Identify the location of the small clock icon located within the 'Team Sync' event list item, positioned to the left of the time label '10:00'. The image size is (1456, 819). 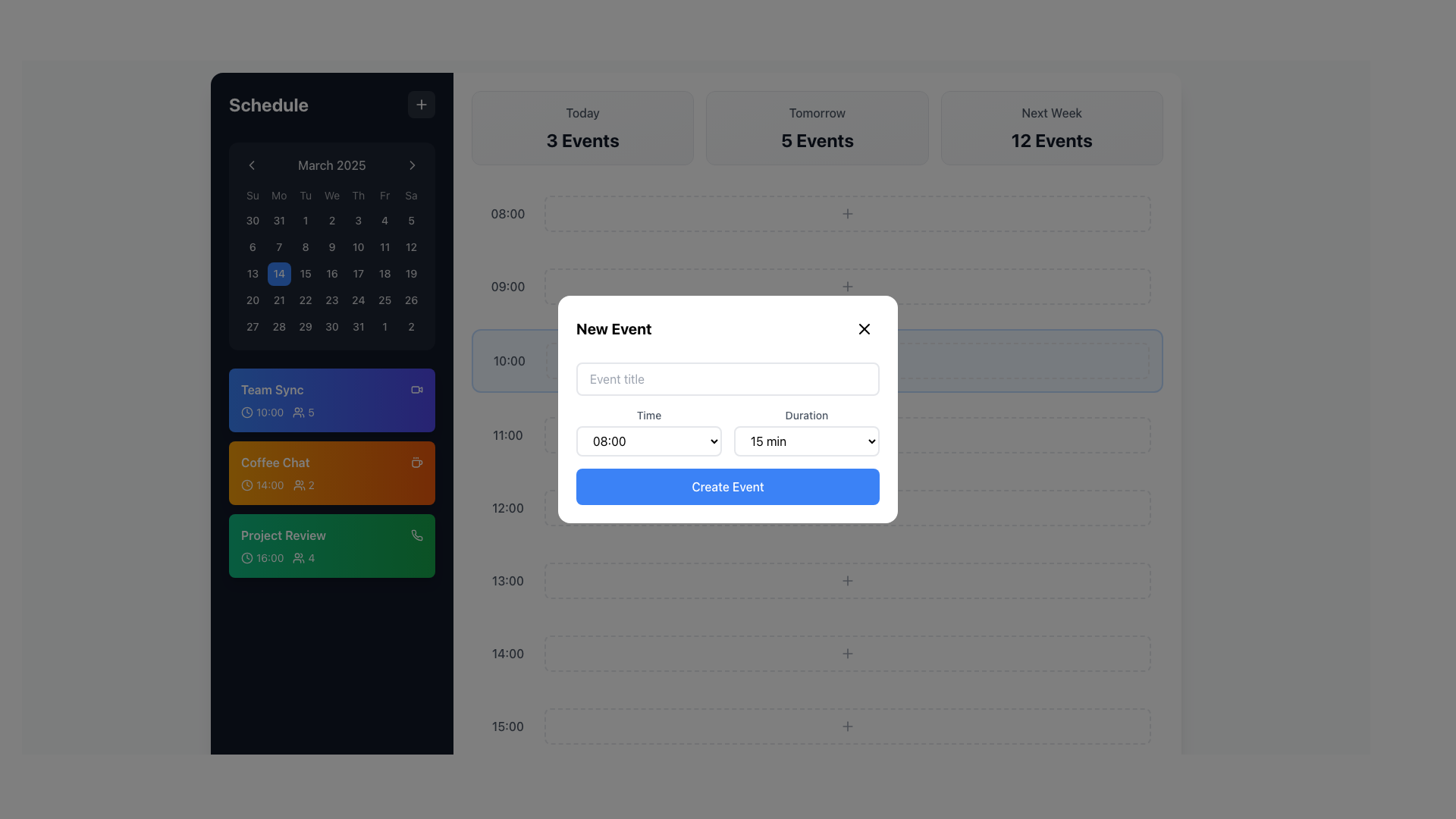
(247, 412).